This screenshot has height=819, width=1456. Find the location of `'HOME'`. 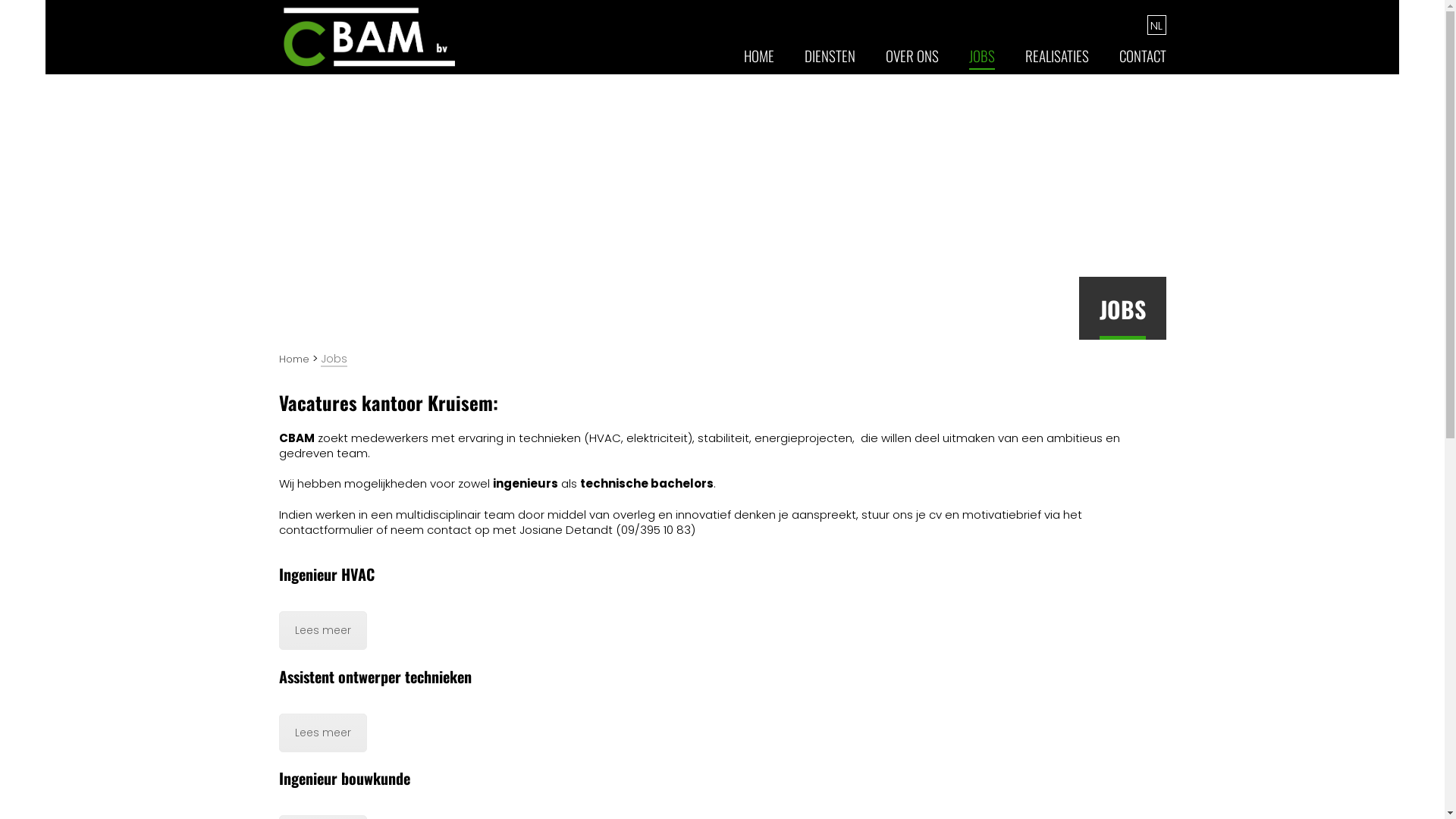

'HOME' is located at coordinates (758, 61).